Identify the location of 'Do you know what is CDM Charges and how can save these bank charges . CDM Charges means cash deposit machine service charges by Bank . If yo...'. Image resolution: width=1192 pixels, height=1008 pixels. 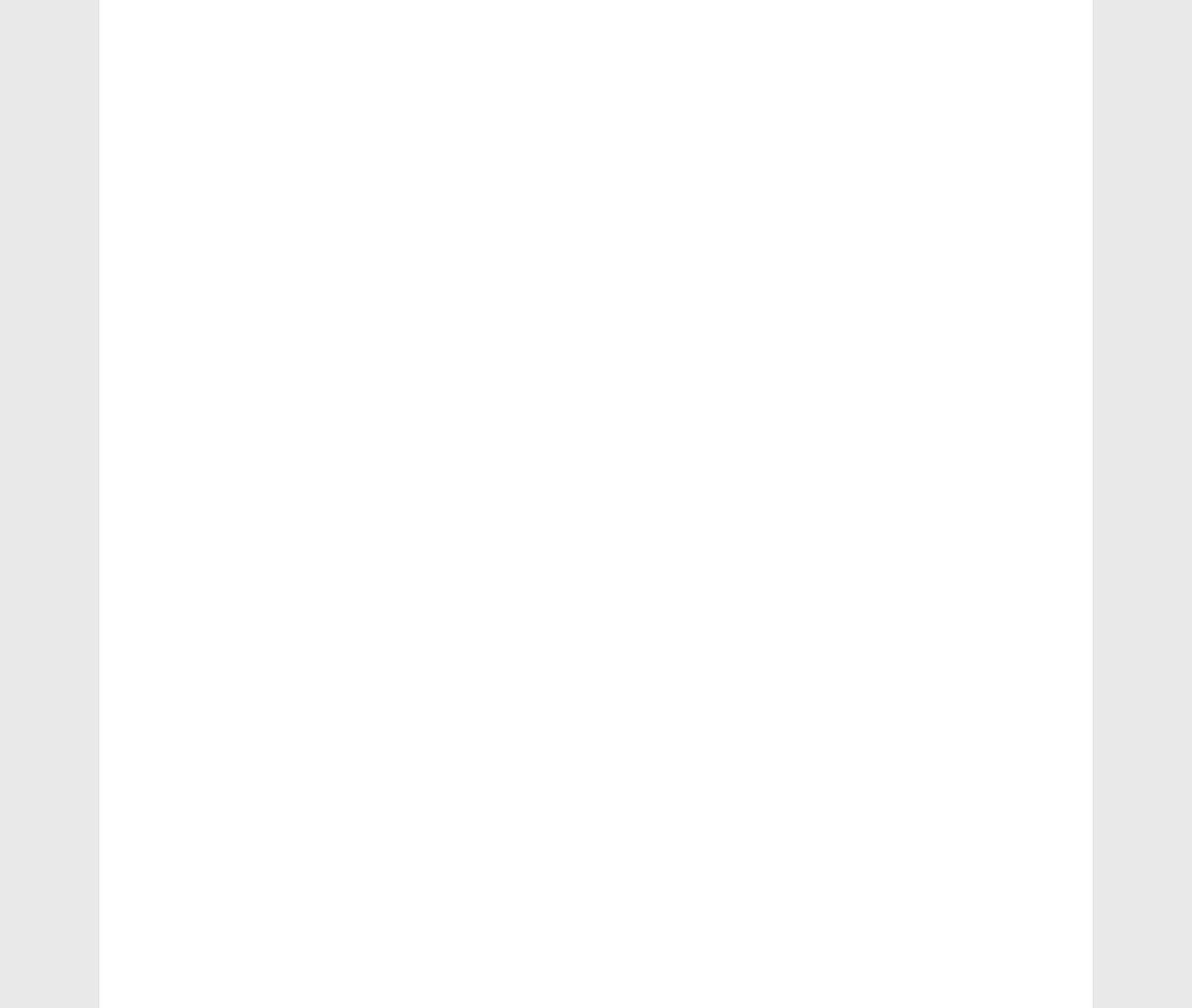
(956, 333).